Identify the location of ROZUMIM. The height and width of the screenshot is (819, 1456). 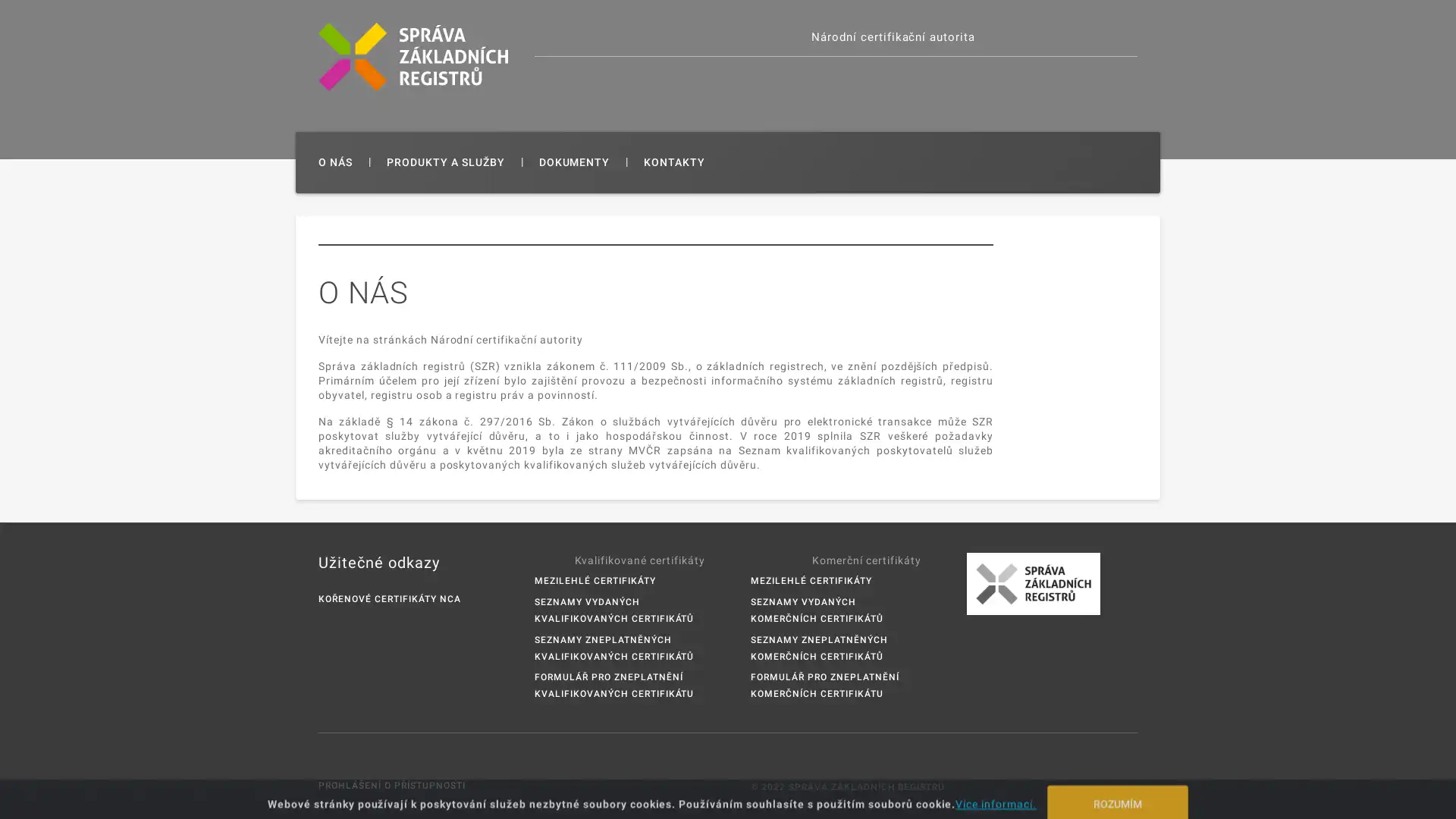
(1117, 792).